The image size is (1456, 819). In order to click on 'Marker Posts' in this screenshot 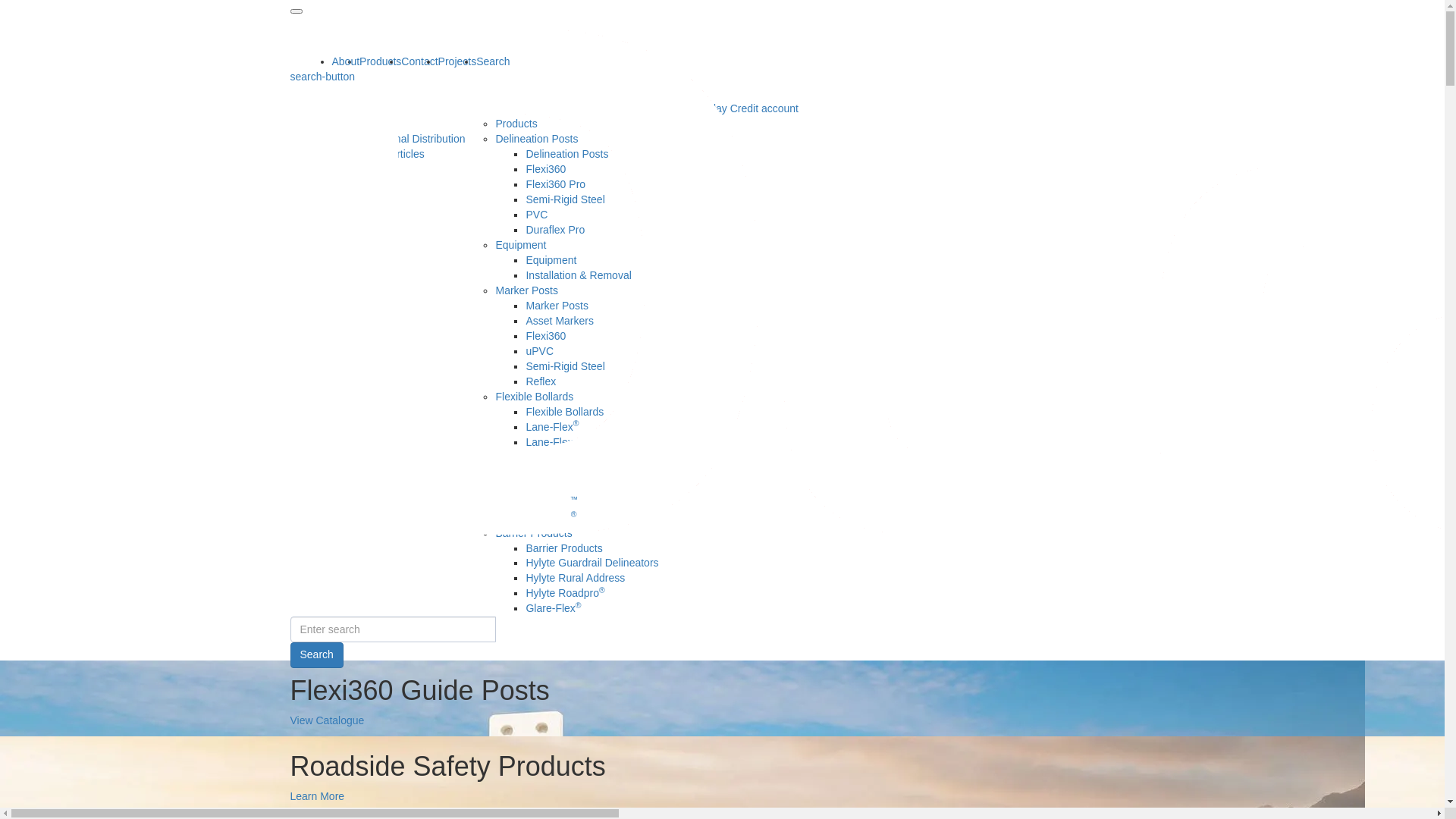, I will do `click(556, 305)`.